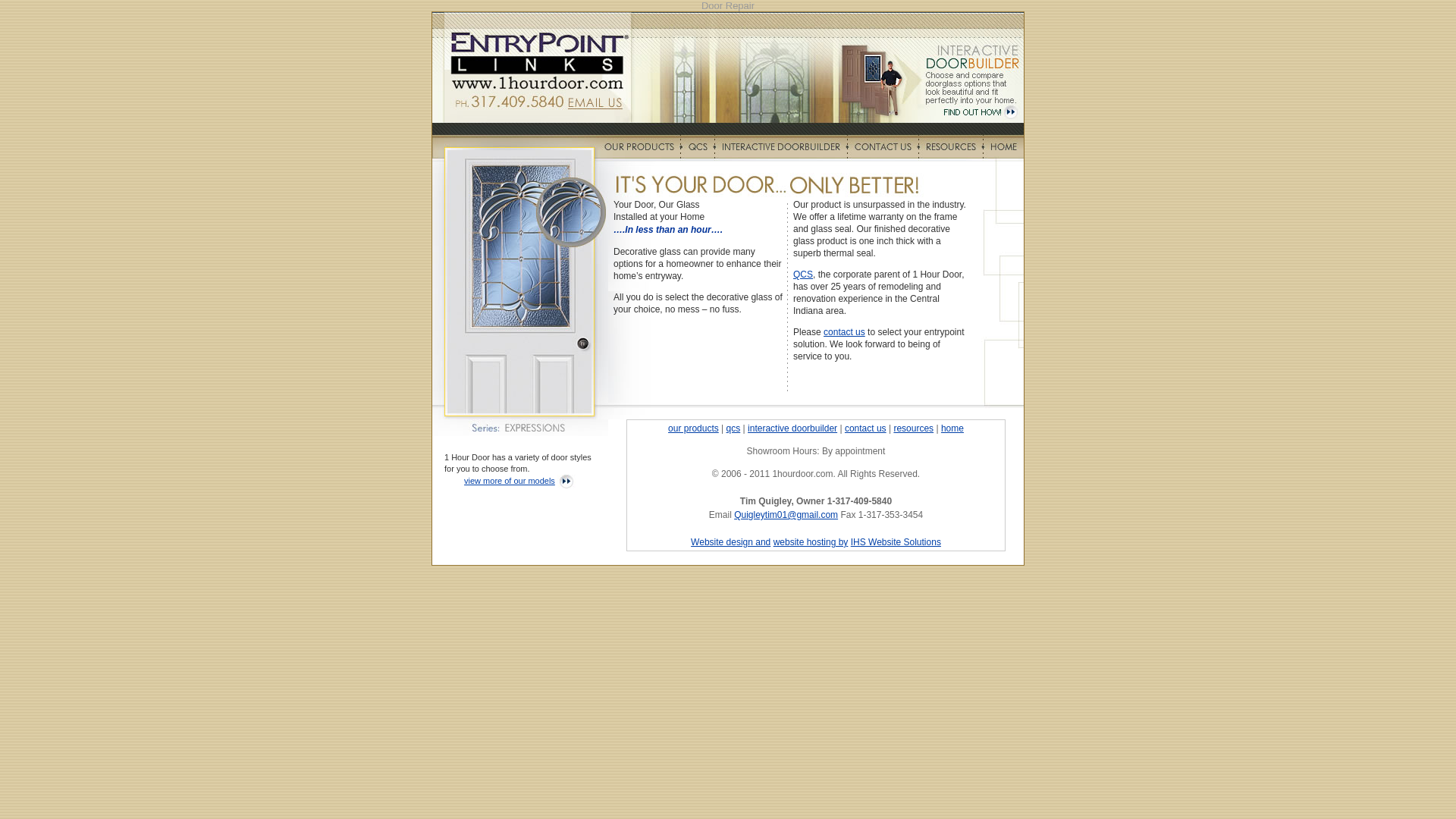 The height and width of the screenshot is (819, 1456). Describe the element at coordinates (940, 428) in the screenshot. I see `'home'` at that location.